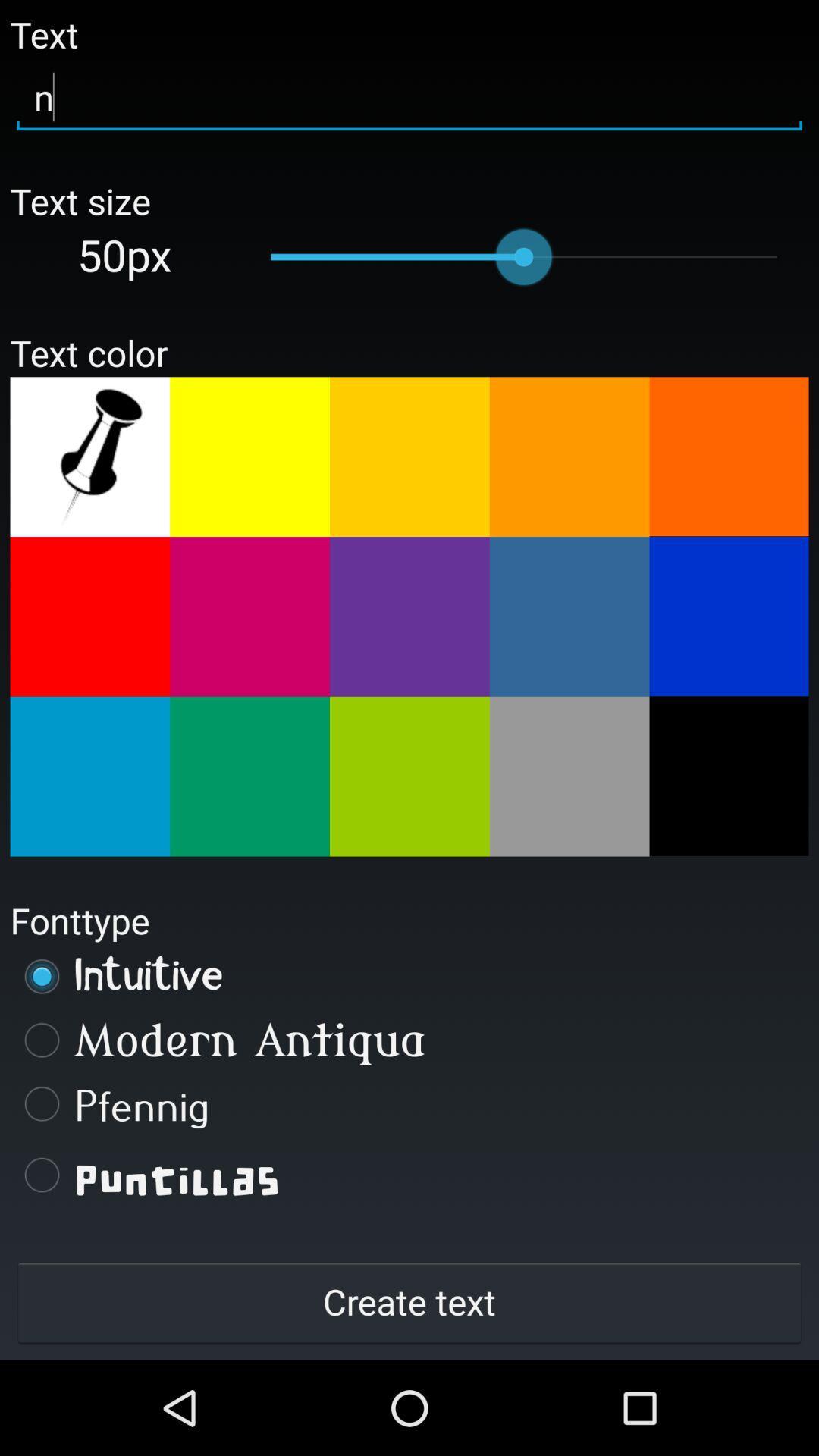  Describe the element at coordinates (249, 456) in the screenshot. I see `text color` at that location.